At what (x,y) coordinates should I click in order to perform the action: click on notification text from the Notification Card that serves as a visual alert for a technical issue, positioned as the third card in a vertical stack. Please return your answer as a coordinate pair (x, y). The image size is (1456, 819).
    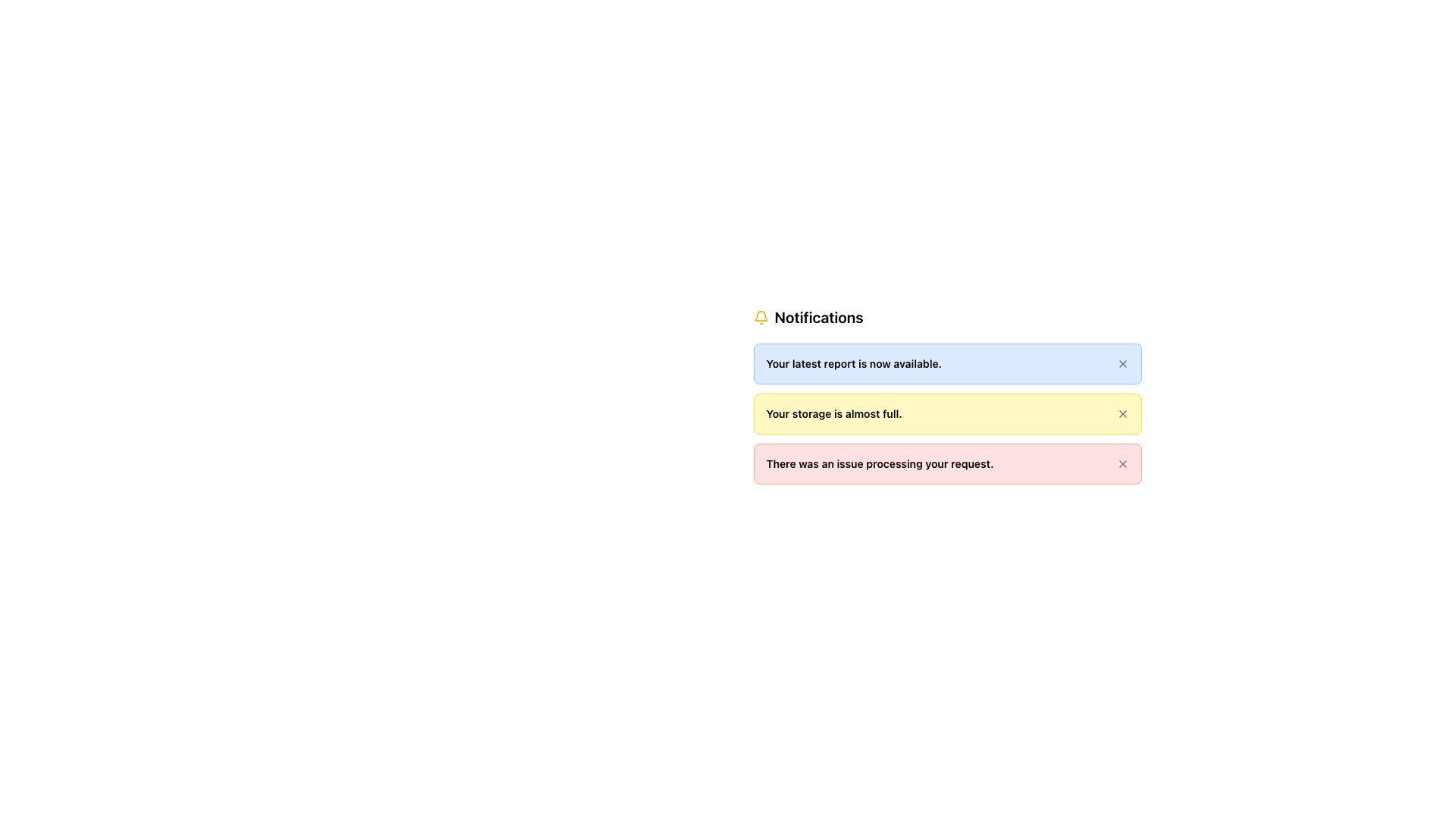
    Looking at the image, I should click on (946, 463).